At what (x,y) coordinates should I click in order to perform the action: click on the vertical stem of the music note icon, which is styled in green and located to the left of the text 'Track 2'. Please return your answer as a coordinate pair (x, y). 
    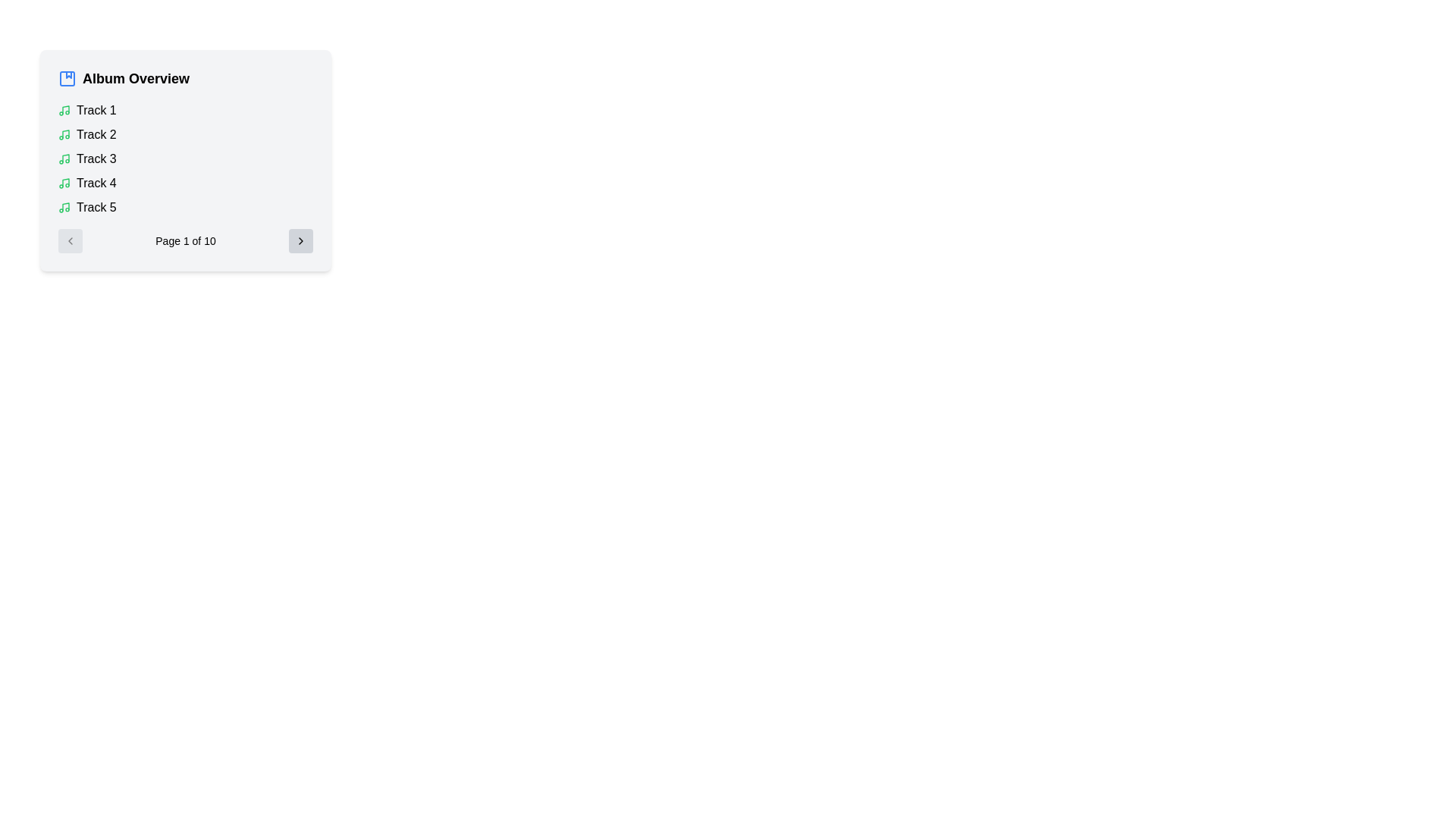
    Looking at the image, I should click on (64, 133).